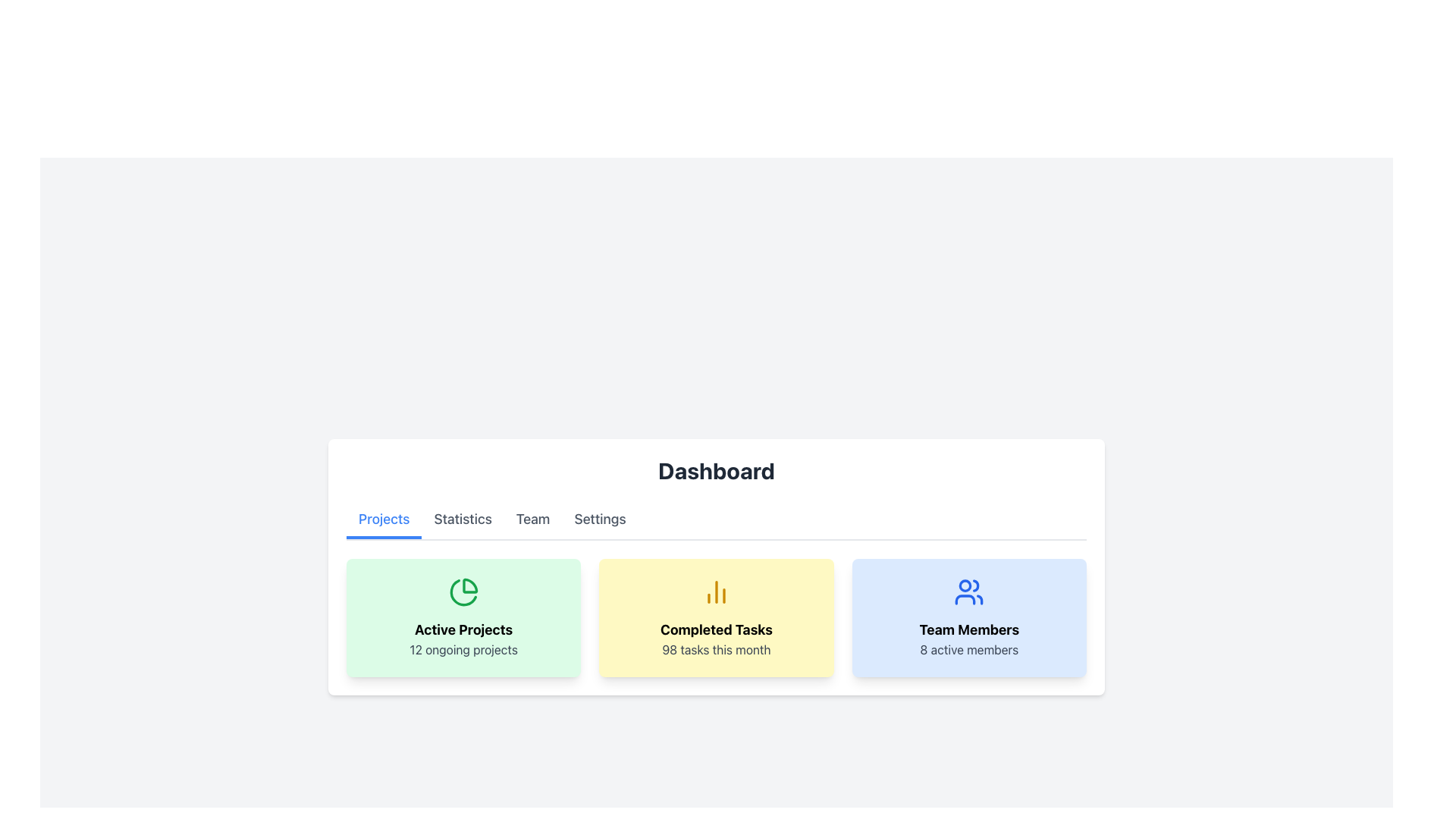  What do you see at coordinates (533, 519) in the screenshot?
I see `the 'Team' tab in the navigation bar` at bounding box center [533, 519].